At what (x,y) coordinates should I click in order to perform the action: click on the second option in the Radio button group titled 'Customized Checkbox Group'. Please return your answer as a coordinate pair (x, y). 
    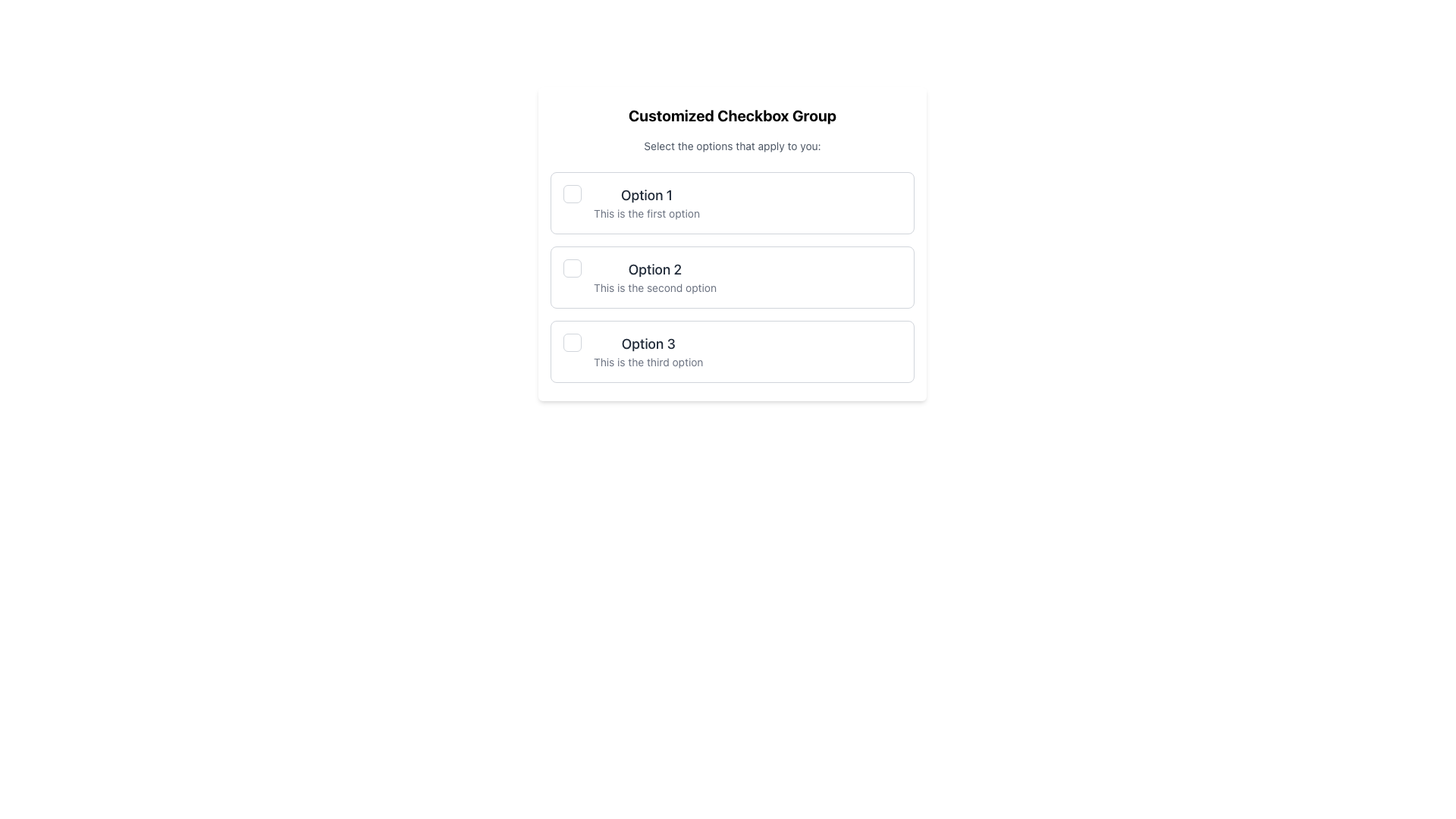
    Looking at the image, I should click on (732, 278).